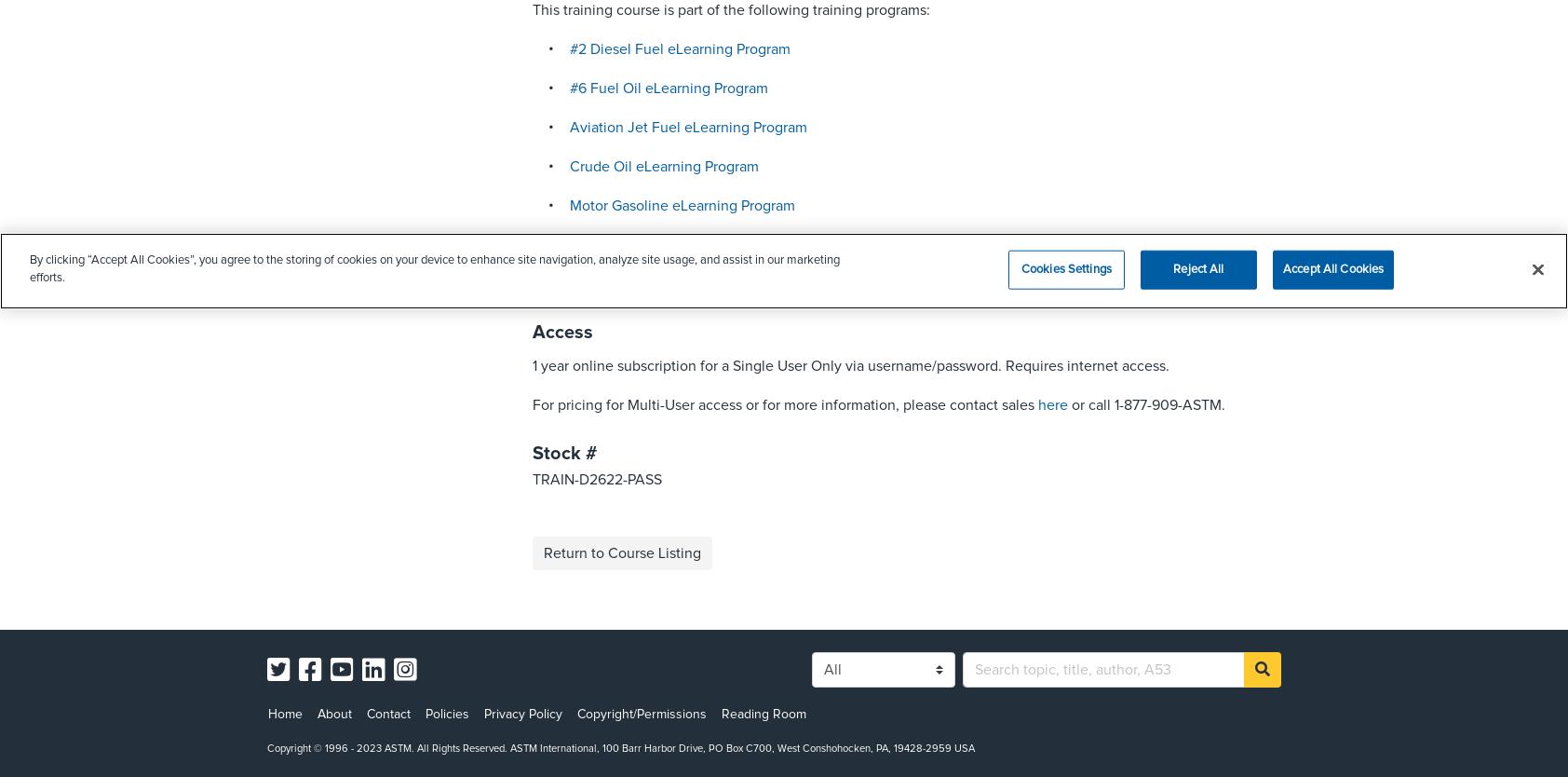  I want to click on 'here', so click(1052, 405).